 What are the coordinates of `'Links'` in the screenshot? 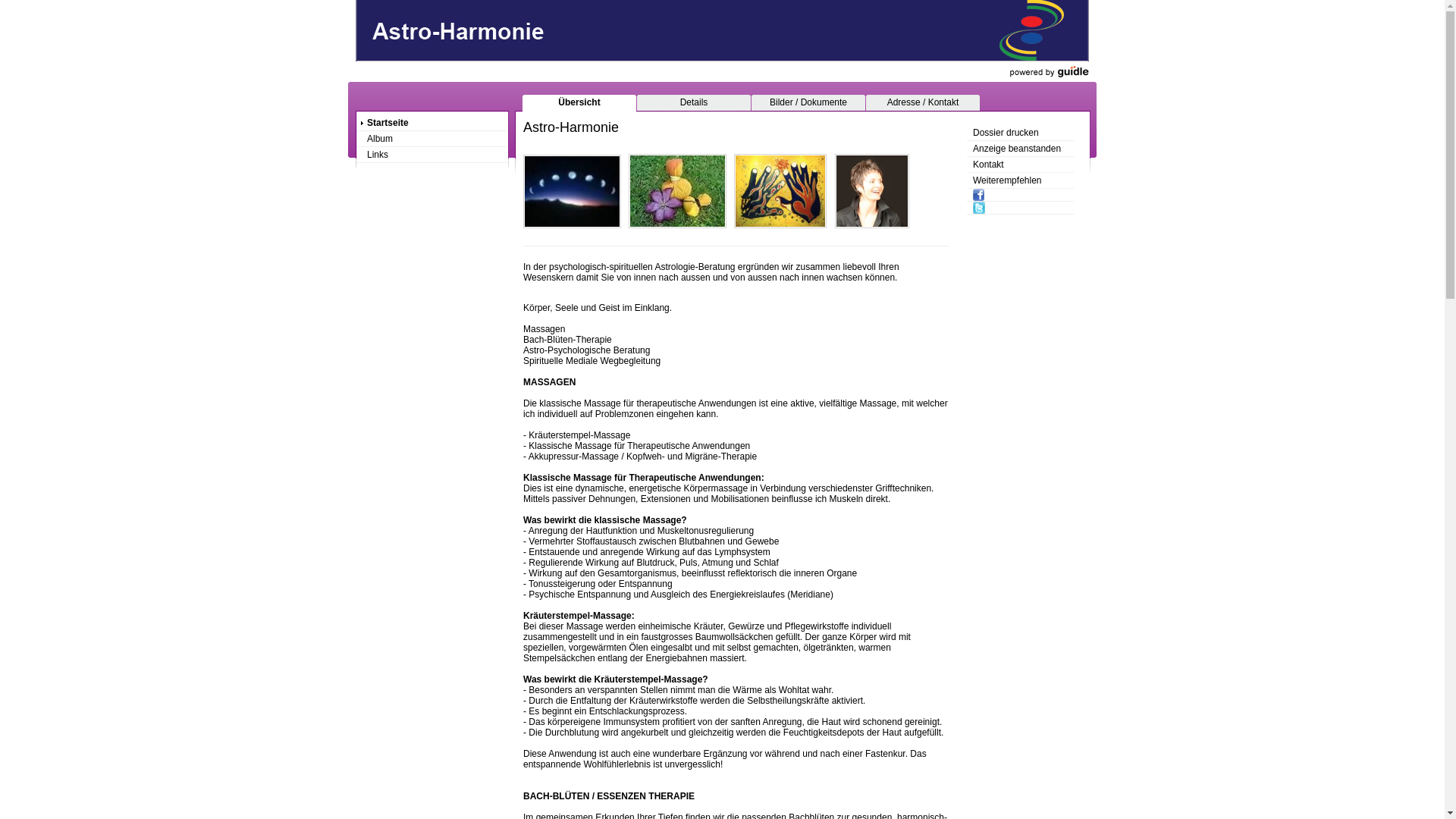 It's located at (431, 155).